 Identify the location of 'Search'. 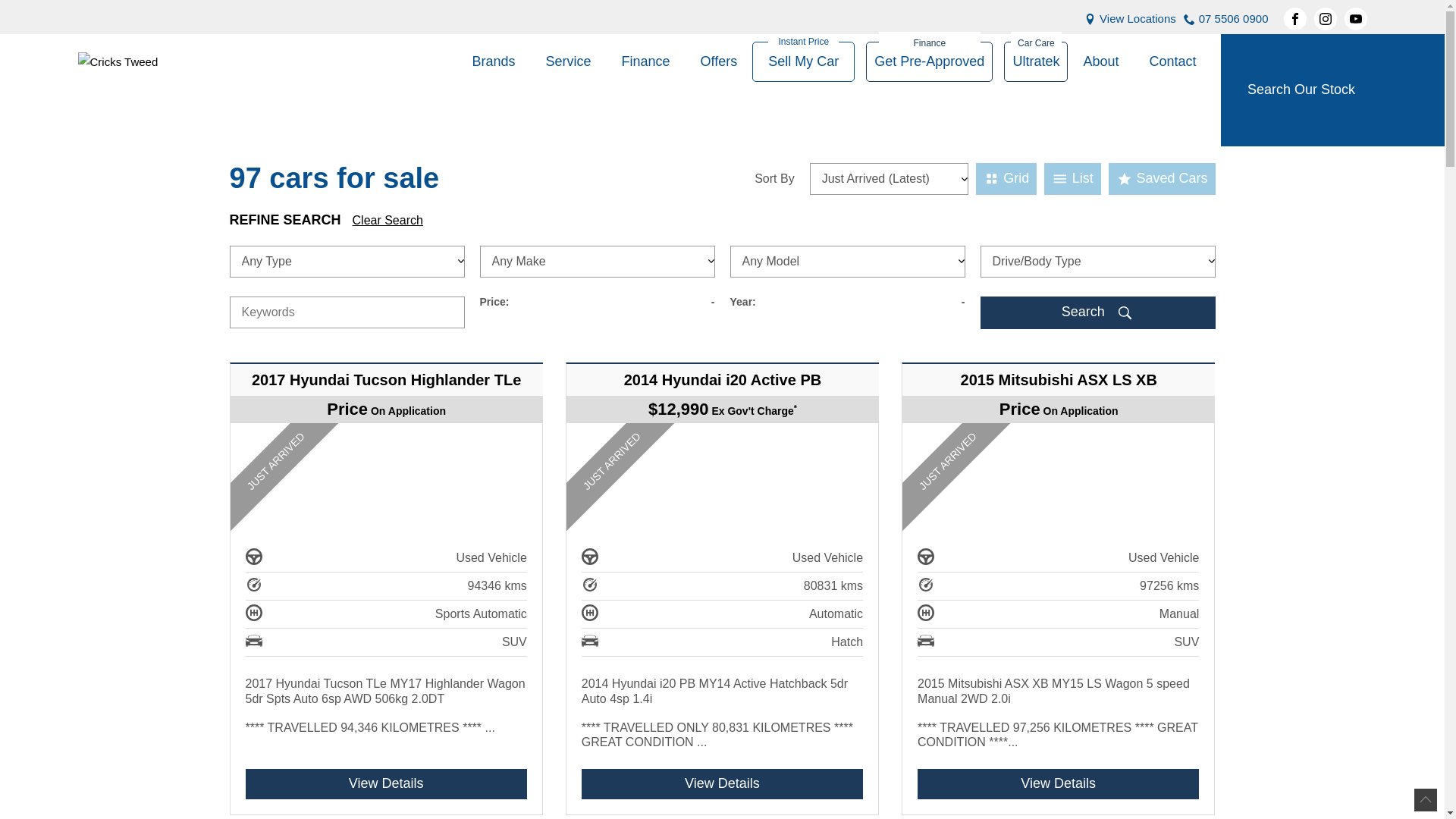
(1097, 312).